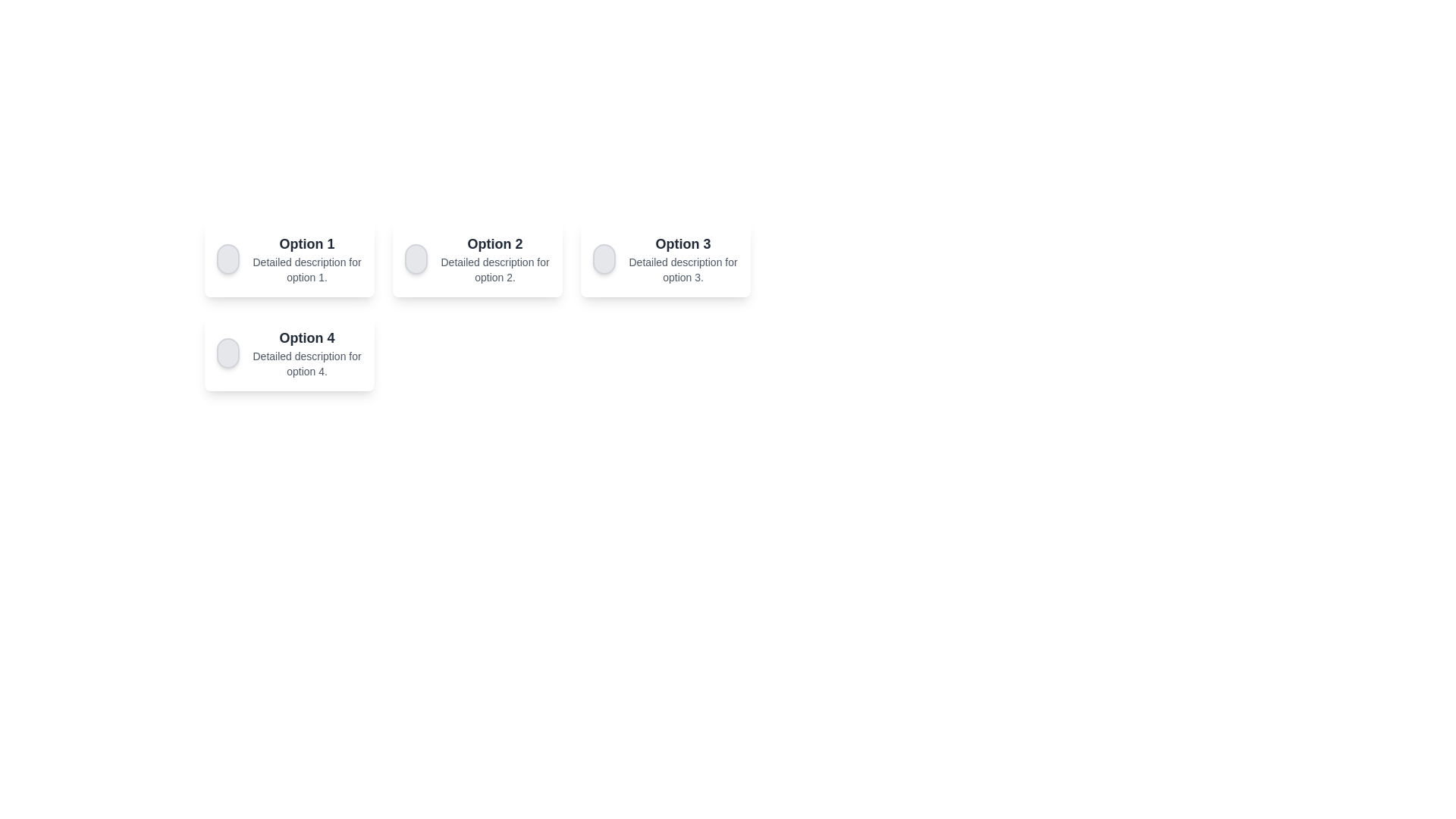  Describe the element at coordinates (306, 363) in the screenshot. I see `the static text label providing additional information about 'Option 4' located underneath the title 'Option 4' in the bottom-left quadrant of the layout` at that location.